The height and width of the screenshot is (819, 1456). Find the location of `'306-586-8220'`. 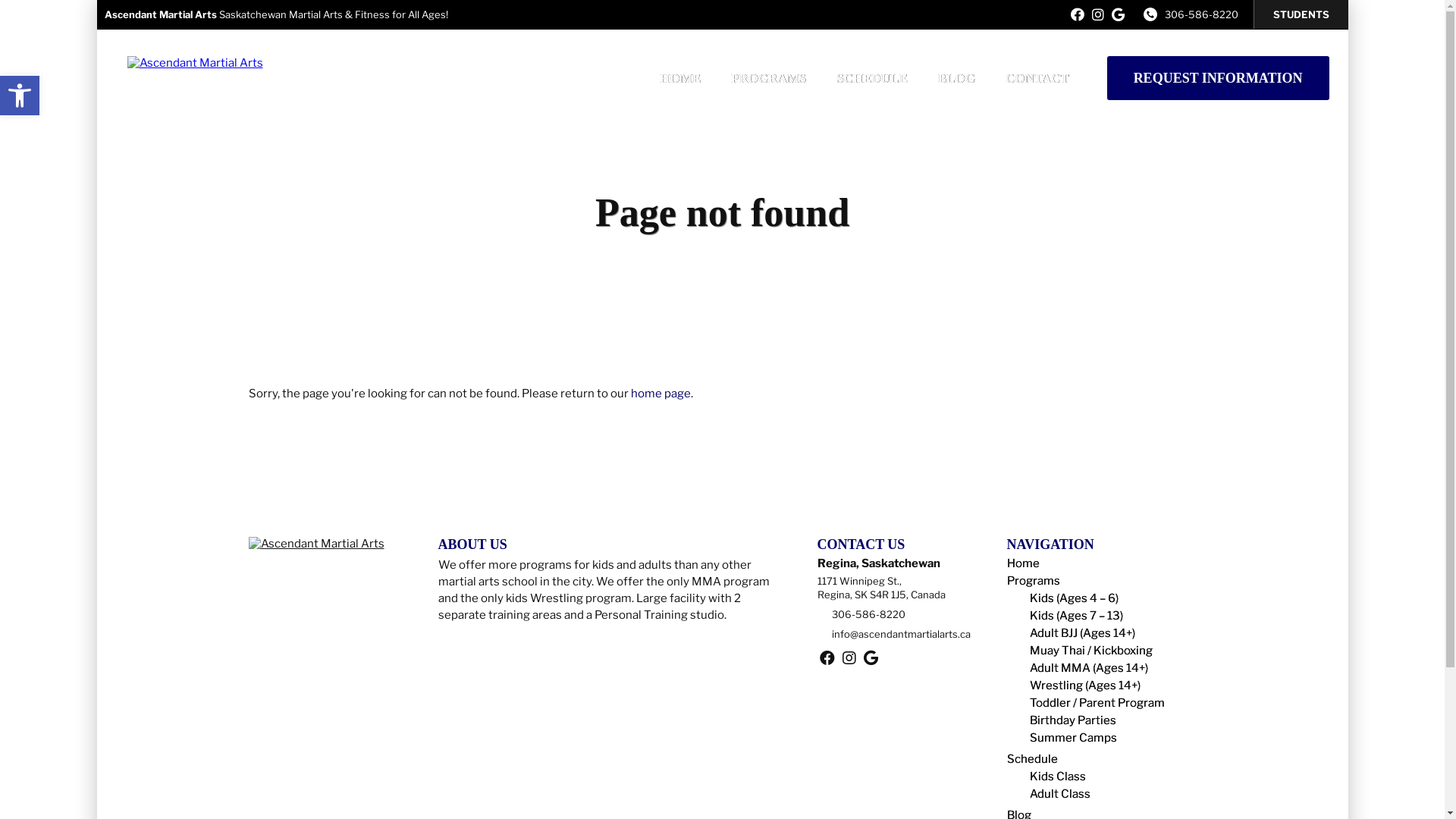

'306-586-8220' is located at coordinates (868, 614).